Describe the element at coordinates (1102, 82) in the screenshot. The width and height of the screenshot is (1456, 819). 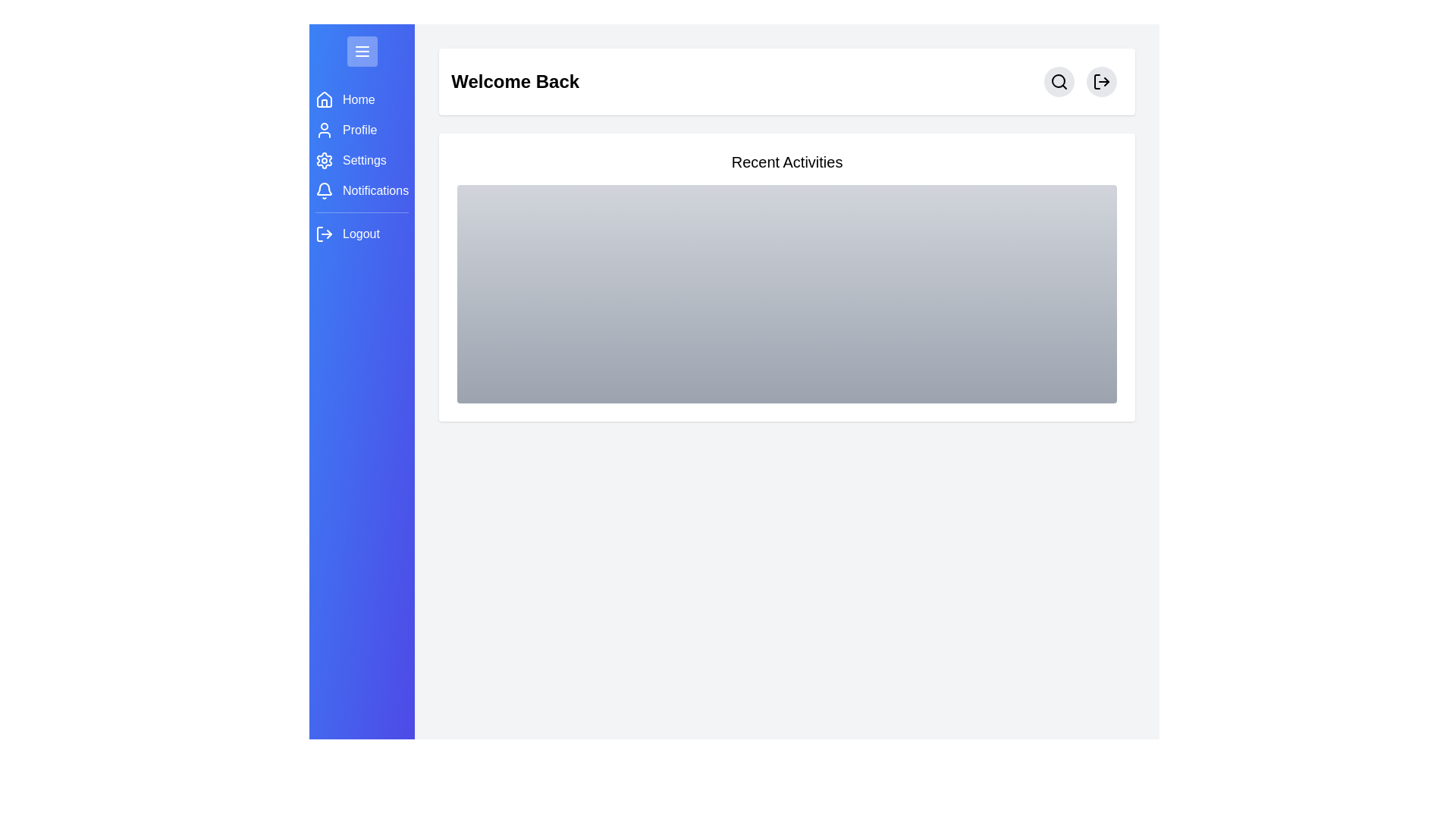
I see `the small right-pointing arrow button with a light gray background in the top-right corner` at that location.